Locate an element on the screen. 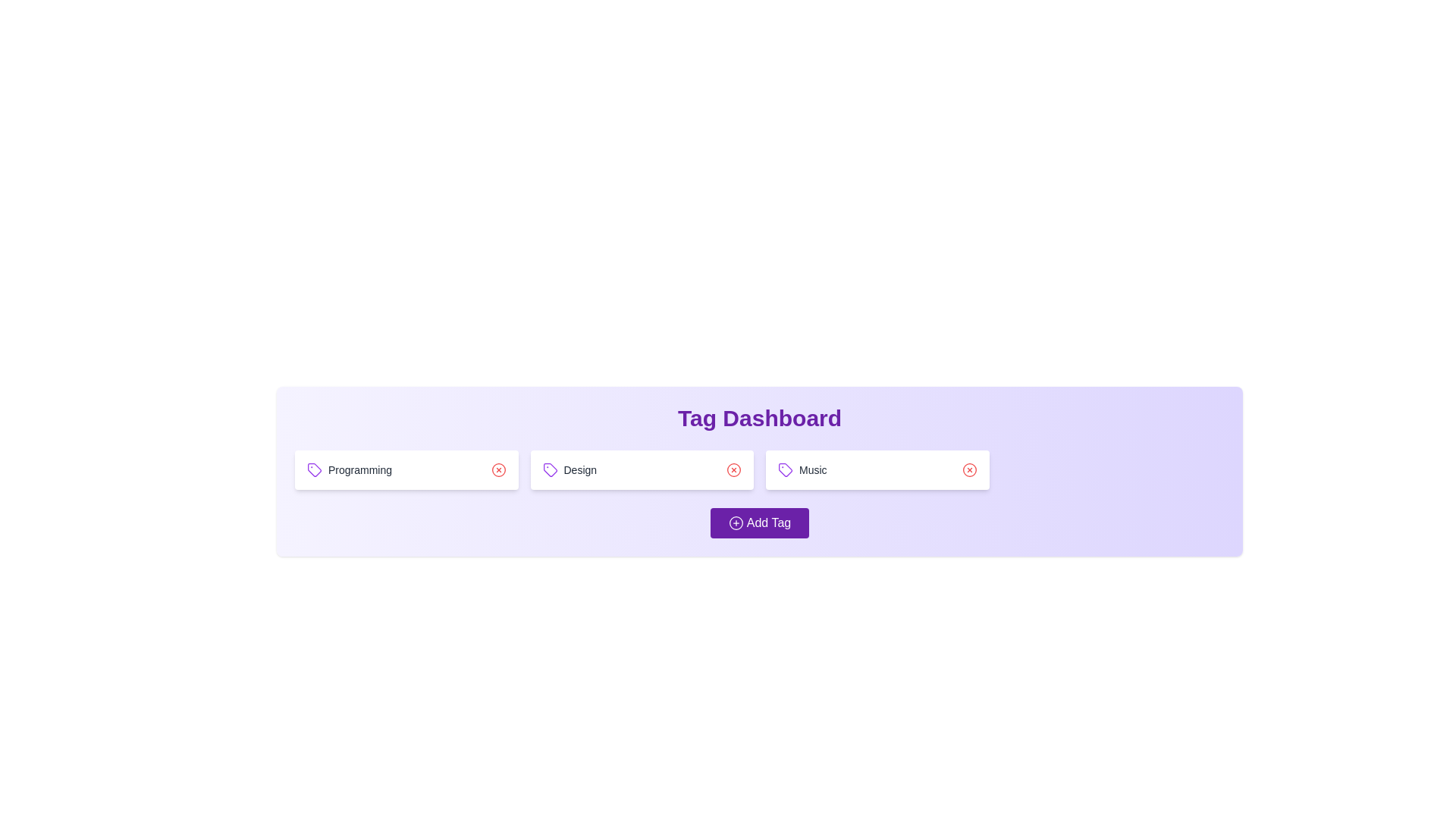  the small, purple tag-shaped icon with a circular cutout, located in the leftmost card of the 'Programming' card group, preceding the text 'Programming.' is located at coordinates (313, 469).